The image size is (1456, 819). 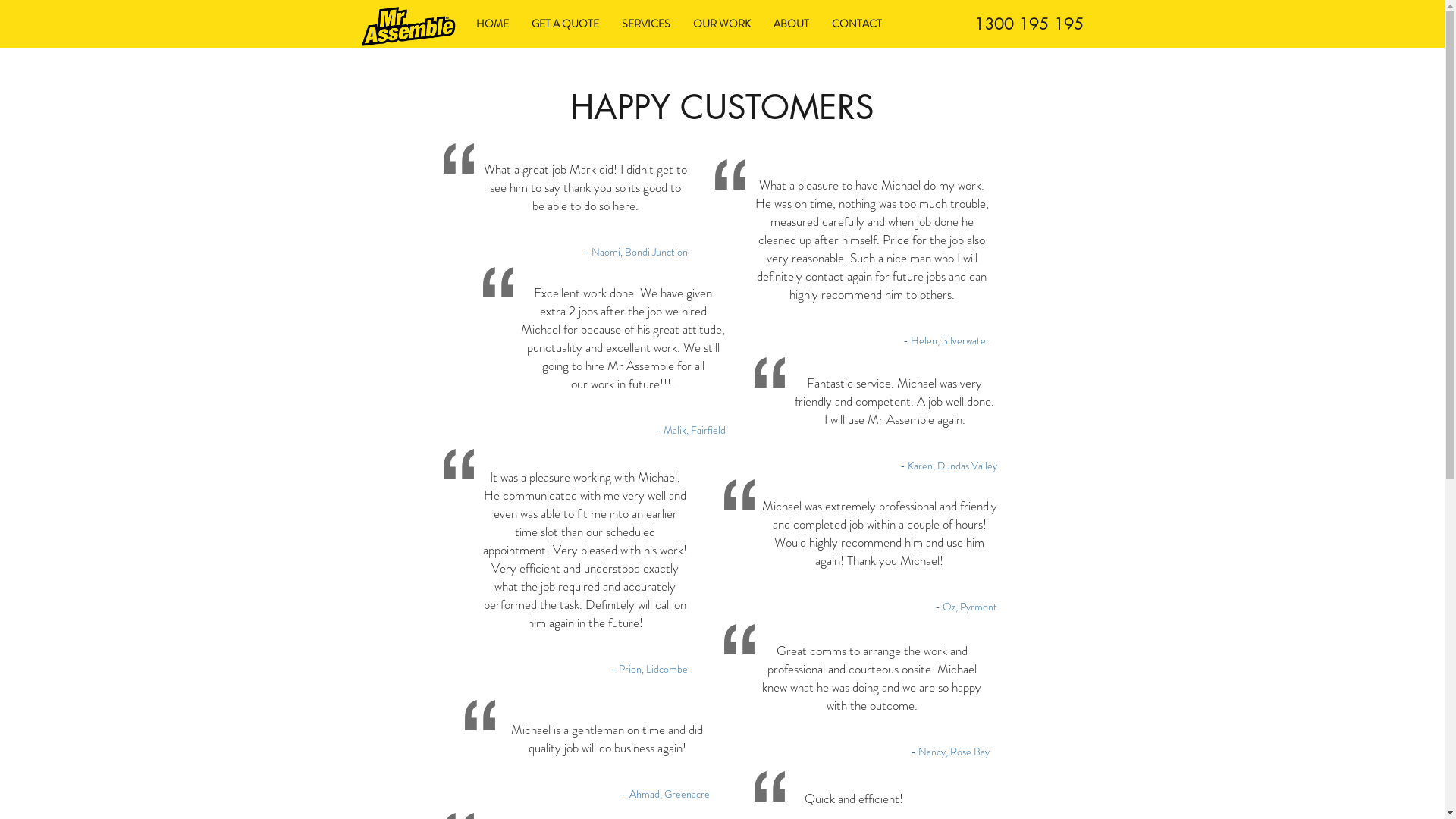 What do you see at coordinates (564, 24) in the screenshot?
I see `'GET A QUOTE'` at bounding box center [564, 24].